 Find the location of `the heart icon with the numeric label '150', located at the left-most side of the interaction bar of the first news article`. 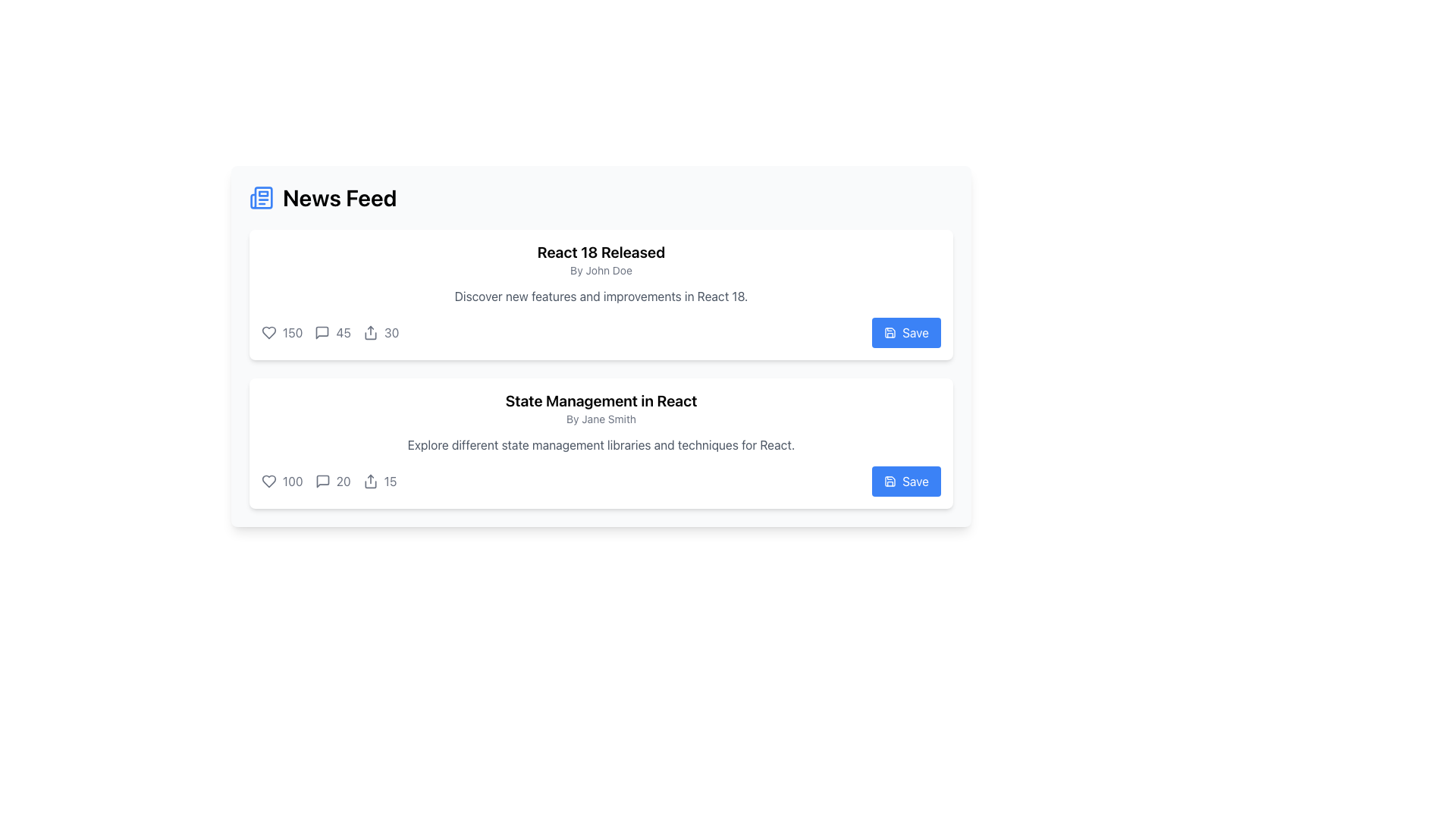

the heart icon with the numeric label '150', located at the left-most side of the interaction bar of the first news article is located at coordinates (282, 332).